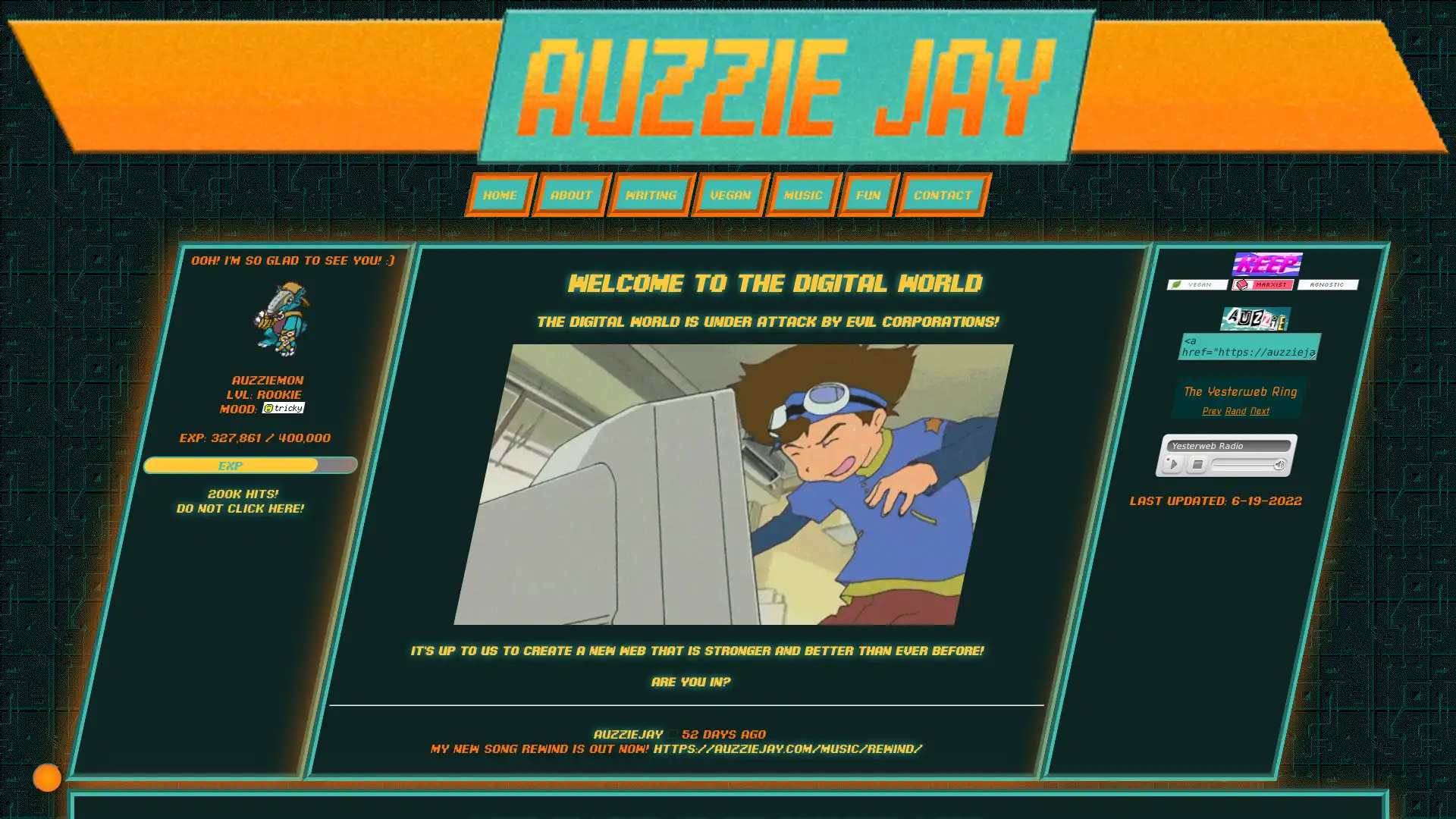 The height and width of the screenshot is (819, 1456). Describe the element at coordinates (802, 193) in the screenshot. I see `MUSIC` at that location.